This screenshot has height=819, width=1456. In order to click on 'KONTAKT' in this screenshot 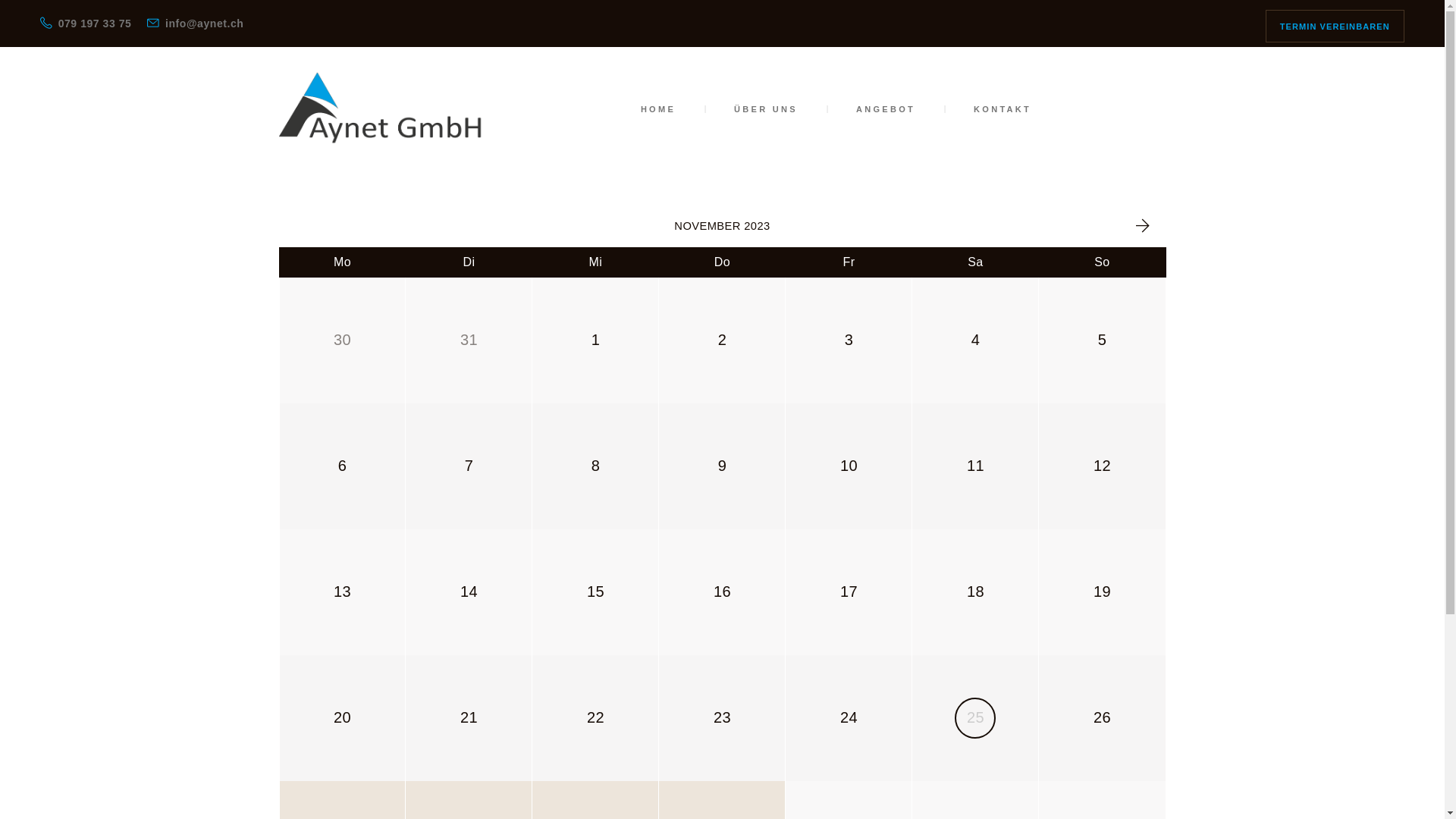, I will do `click(1003, 108)`.